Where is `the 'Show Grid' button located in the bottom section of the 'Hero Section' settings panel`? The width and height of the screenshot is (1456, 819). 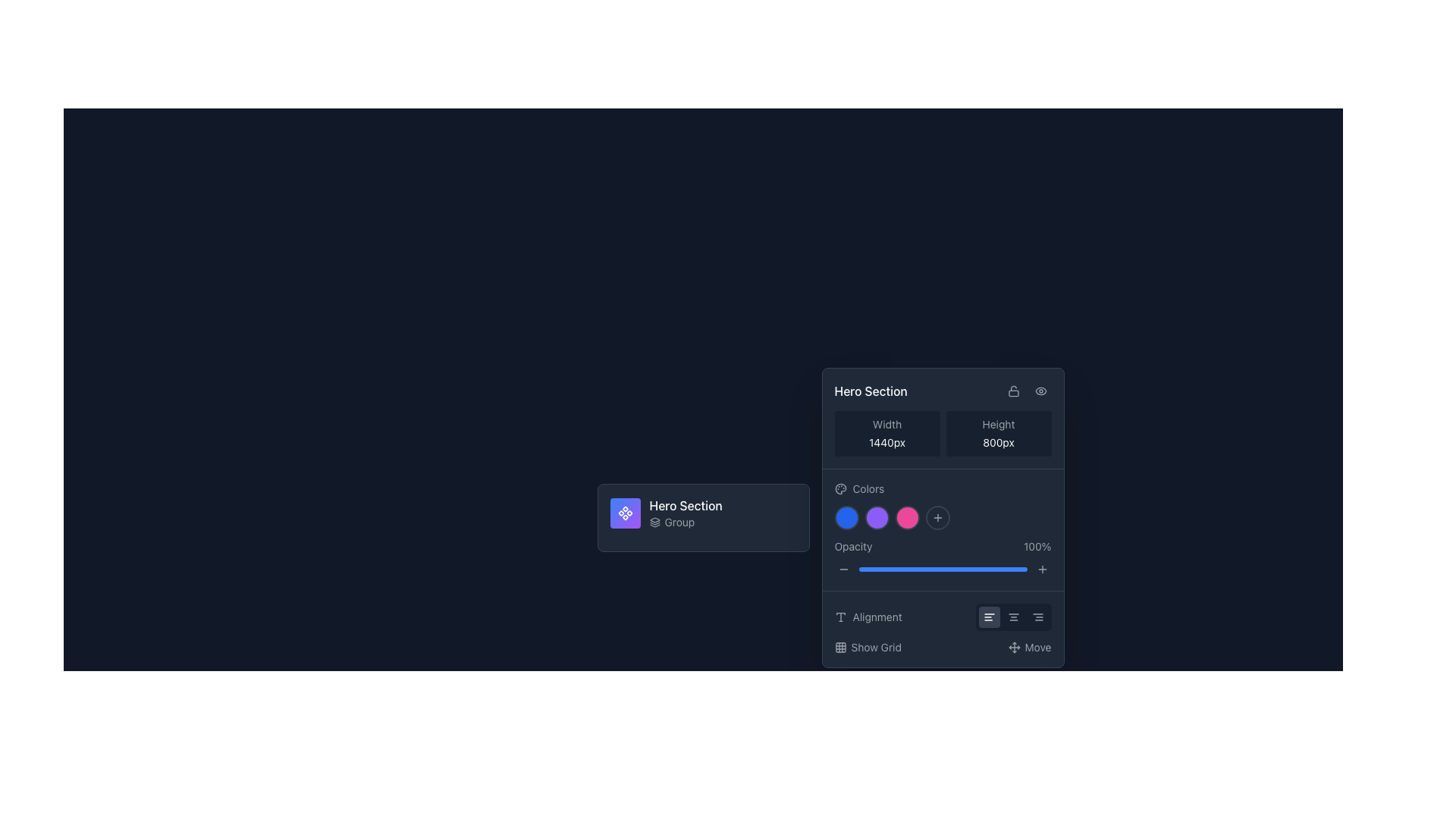 the 'Show Grid' button located in the bottom section of the 'Hero Section' settings panel is located at coordinates (868, 647).